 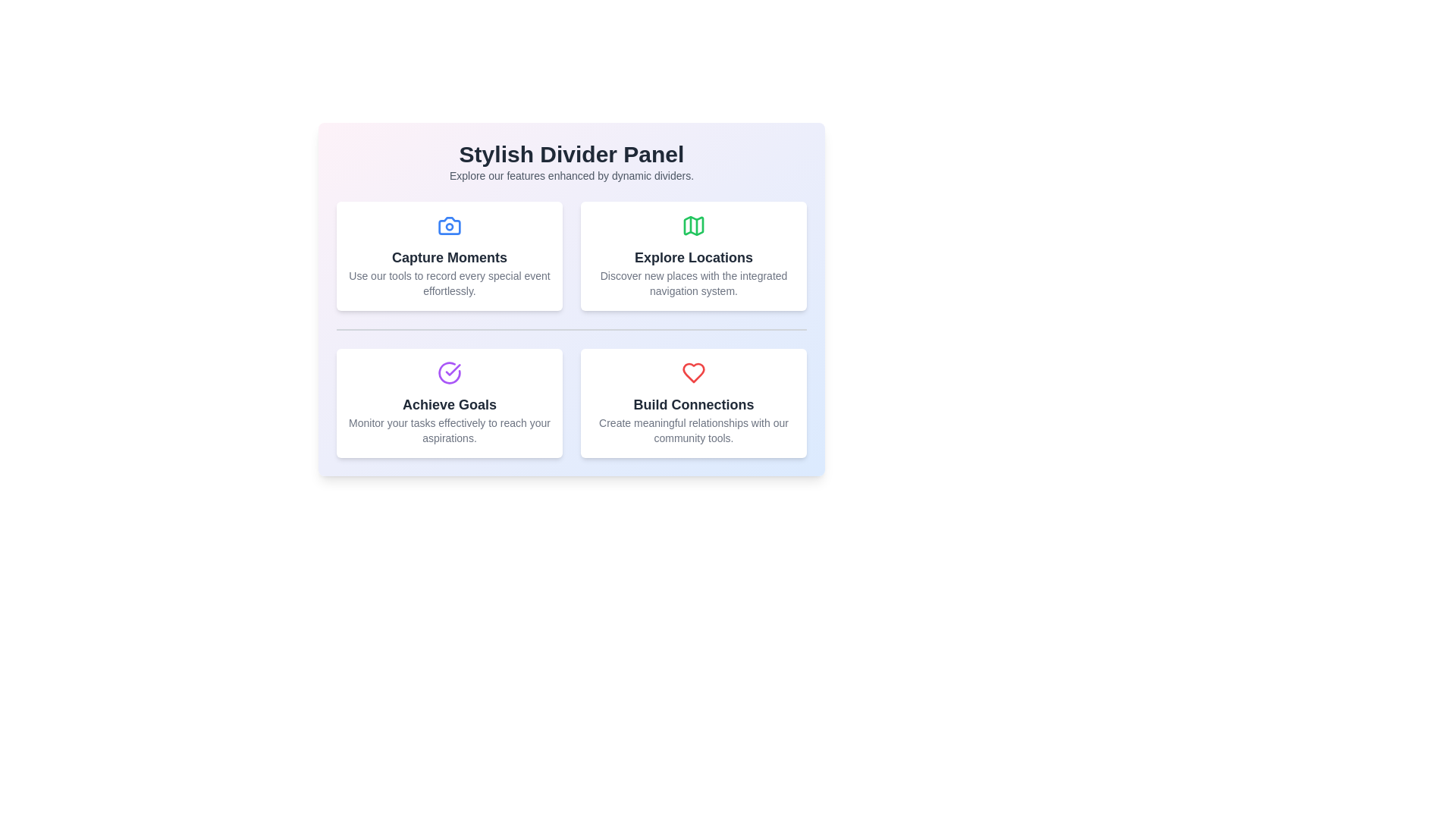 What do you see at coordinates (449, 284) in the screenshot?
I see `the informational text element located beneath the 'Capture Moments' title within the 'Capture Moments' card` at bounding box center [449, 284].